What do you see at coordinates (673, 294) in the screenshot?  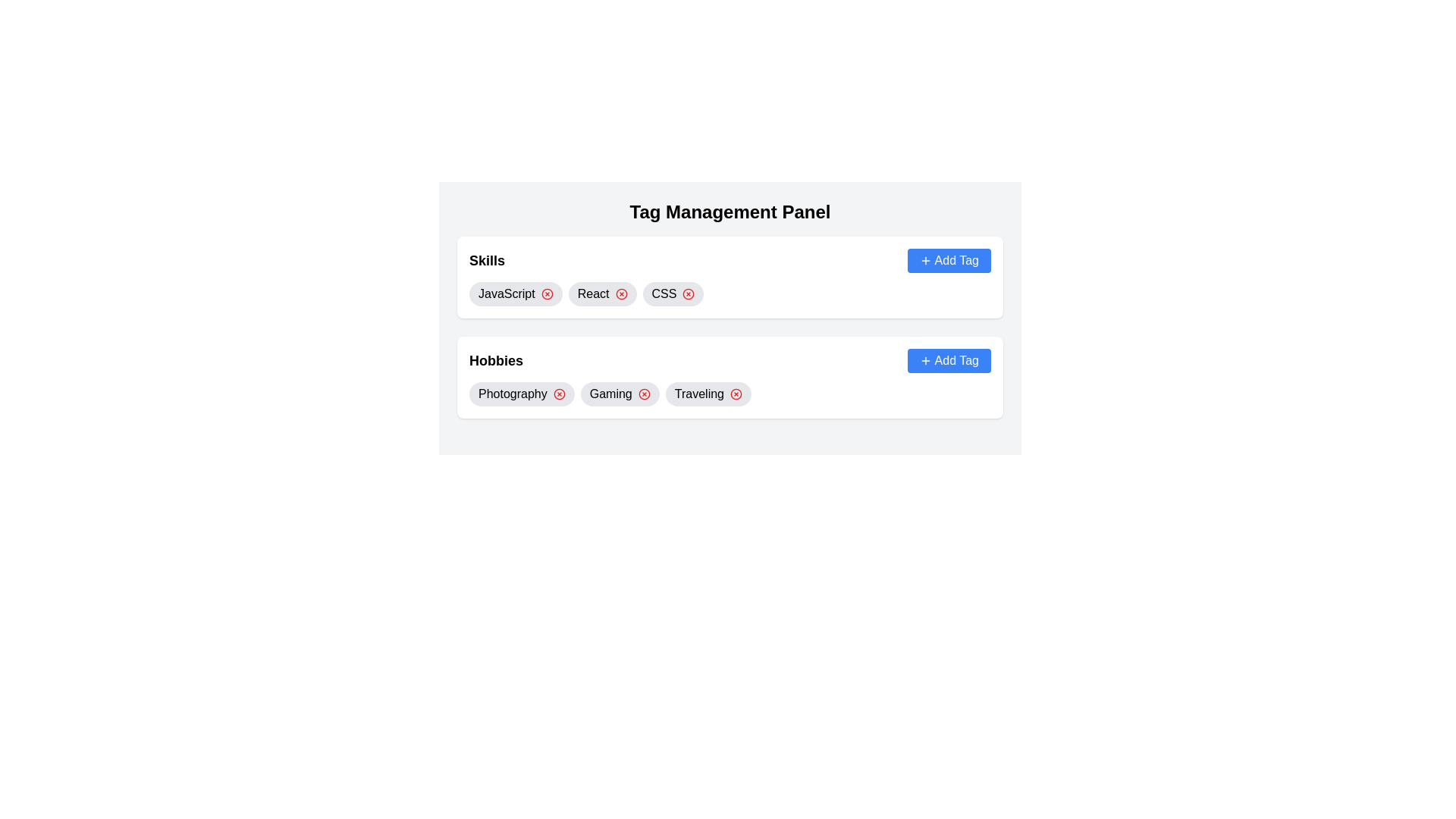 I see `the 'CSS' tag in the 'Skills' section of the 'Tag Management Panel'` at bounding box center [673, 294].